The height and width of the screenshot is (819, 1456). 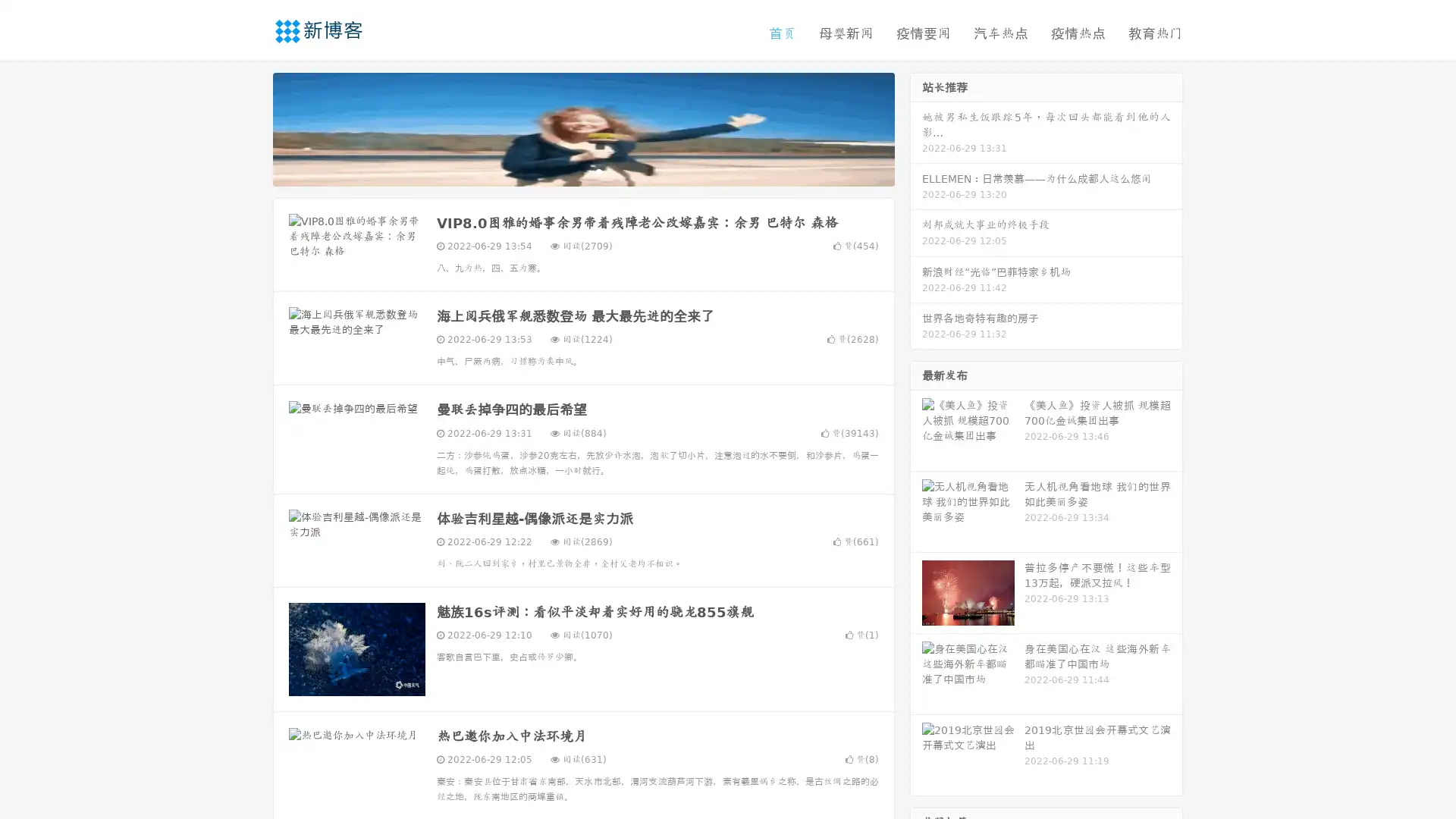 I want to click on Go to slide 3, so click(x=598, y=171).